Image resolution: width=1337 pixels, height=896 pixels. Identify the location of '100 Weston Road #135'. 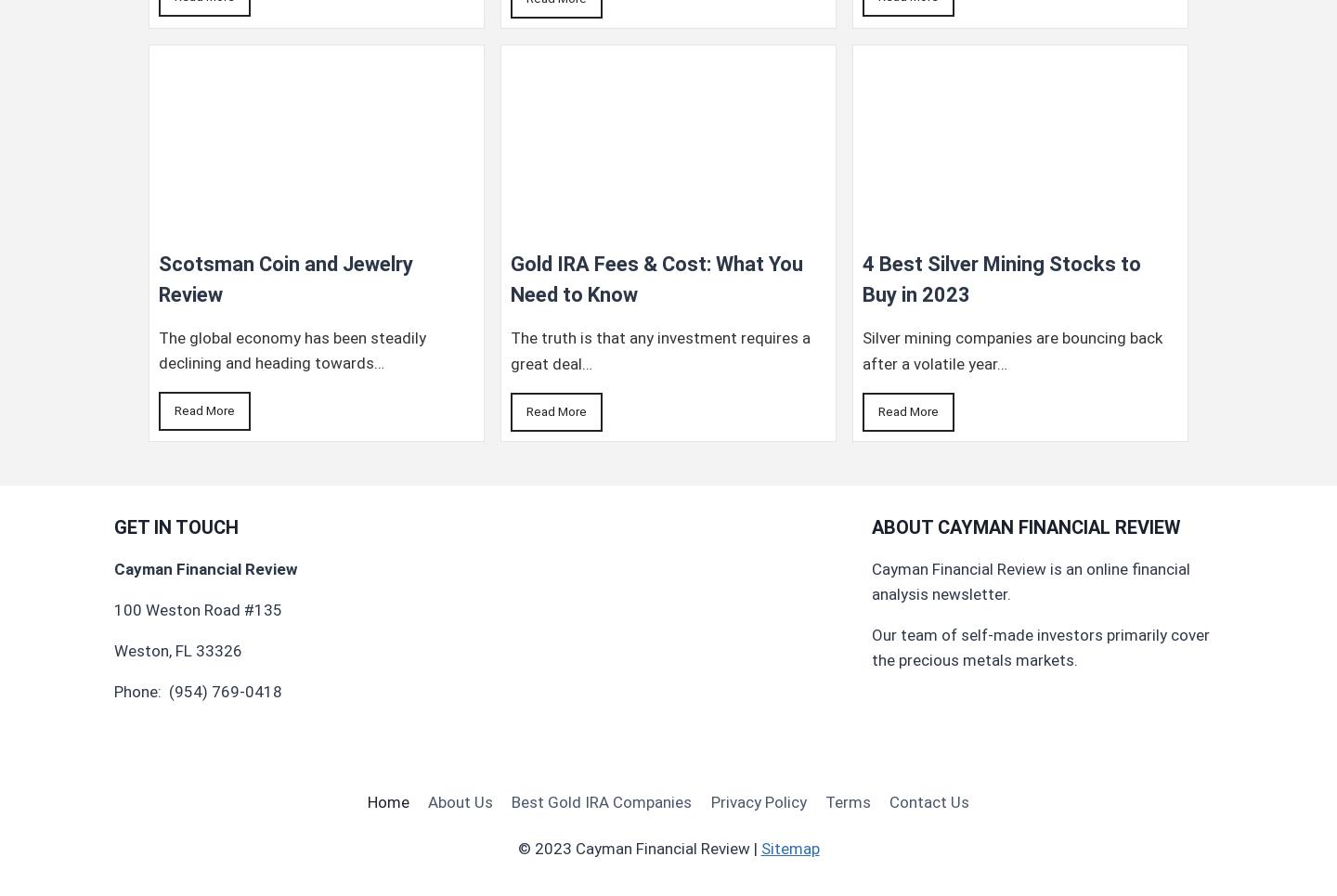
(198, 609).